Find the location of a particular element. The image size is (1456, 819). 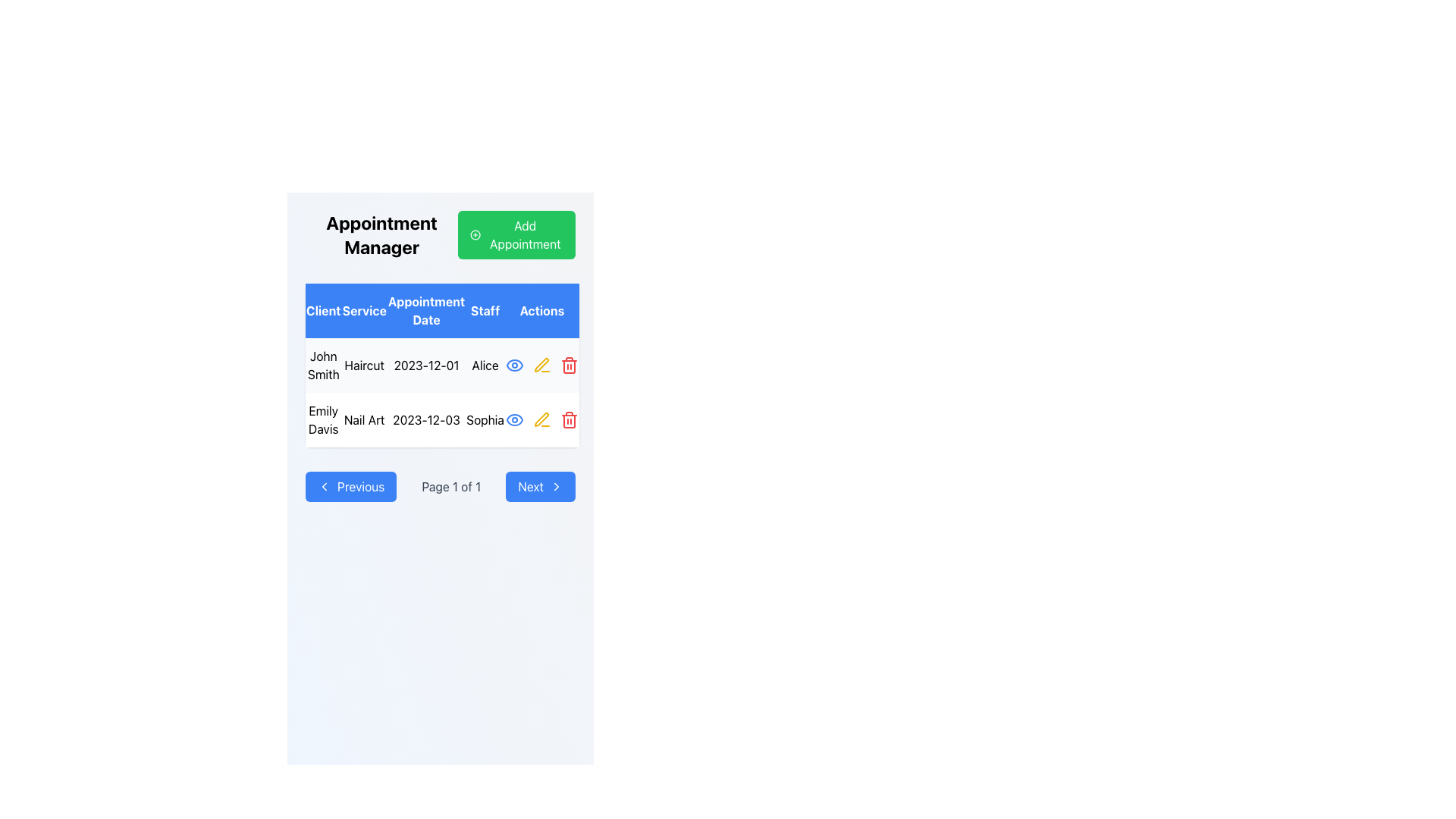

the delete icon in the Actions column of the table for the 'Emily Davis' appointment record to trigger the hover effect is located at coordinates (568, 366).